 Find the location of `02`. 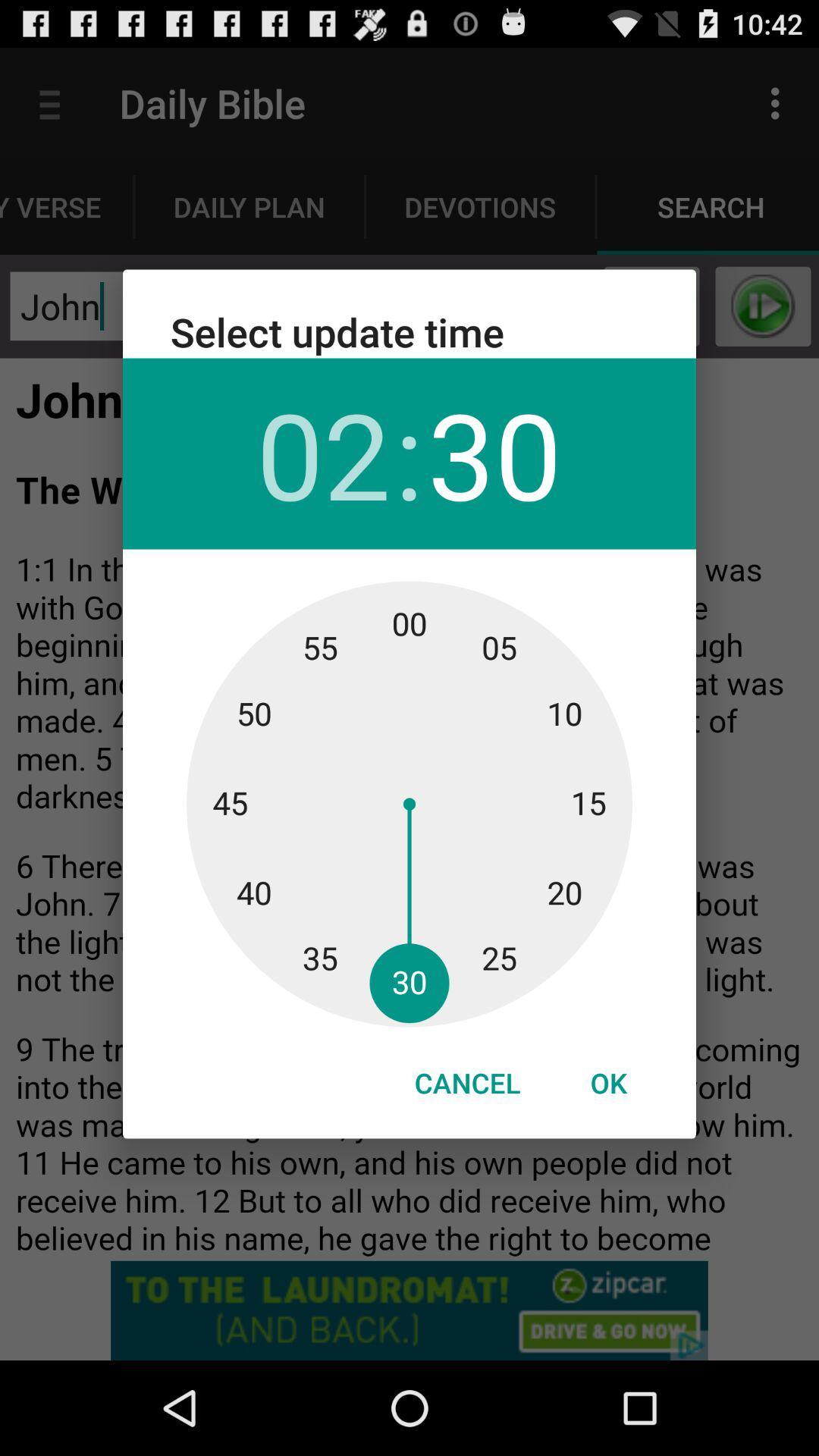

02 is located at coordinates (322, 453).